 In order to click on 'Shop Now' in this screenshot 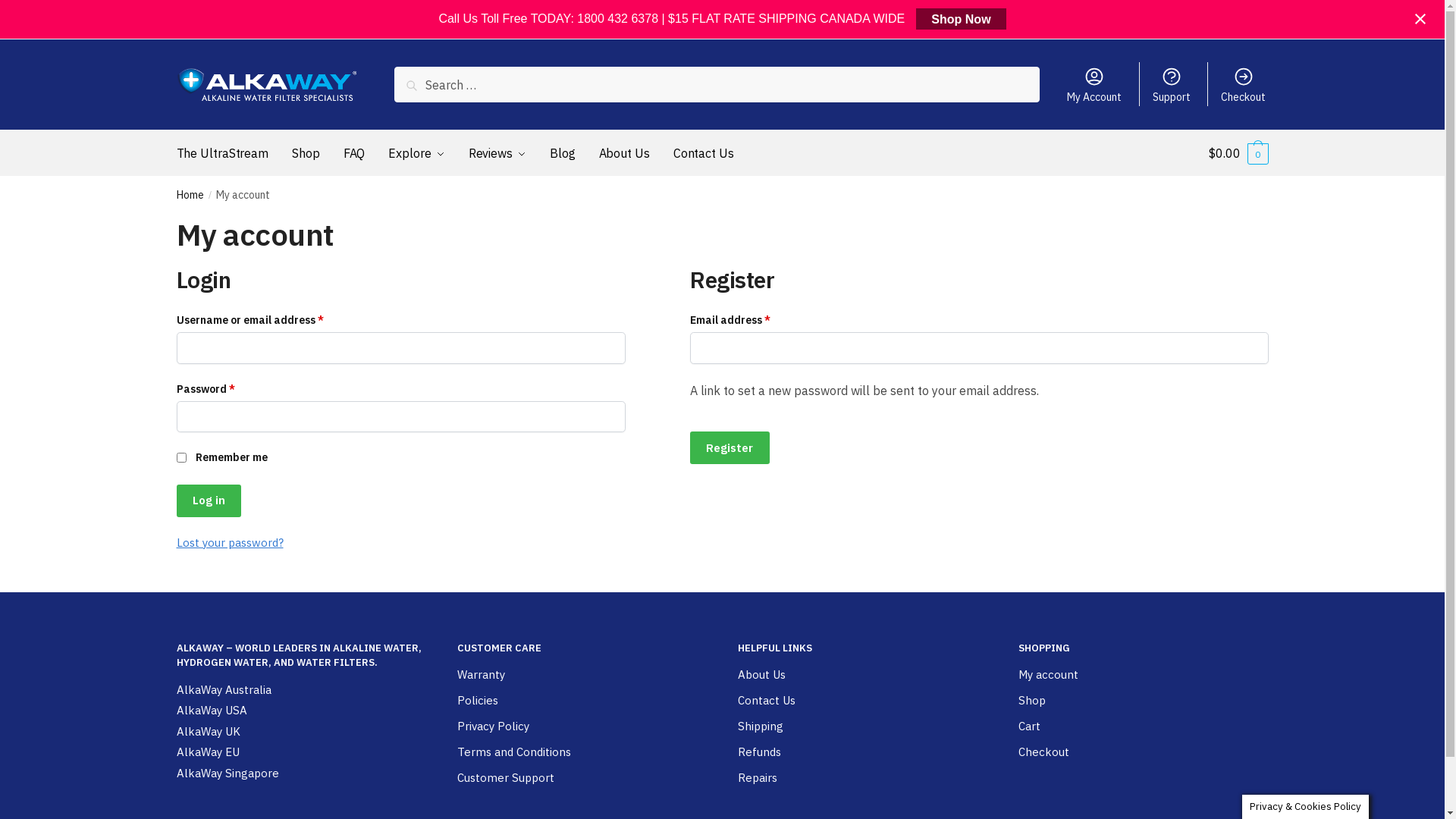, I will do `click(960, 18)`.